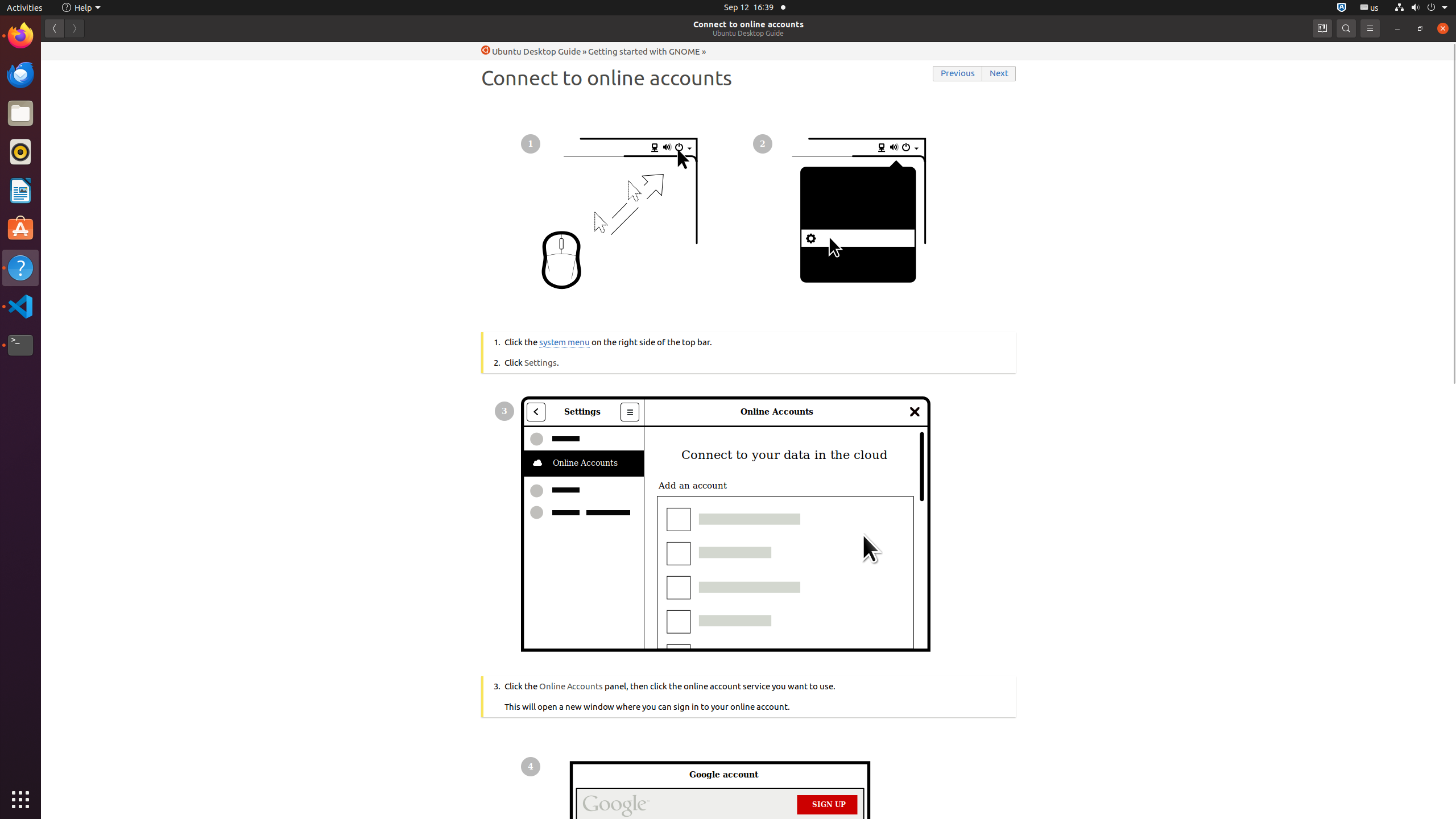  What do you see at coordinates (20, 344) in the screenshot?
I see `'Terminal'` at bounding box center [20, 344].